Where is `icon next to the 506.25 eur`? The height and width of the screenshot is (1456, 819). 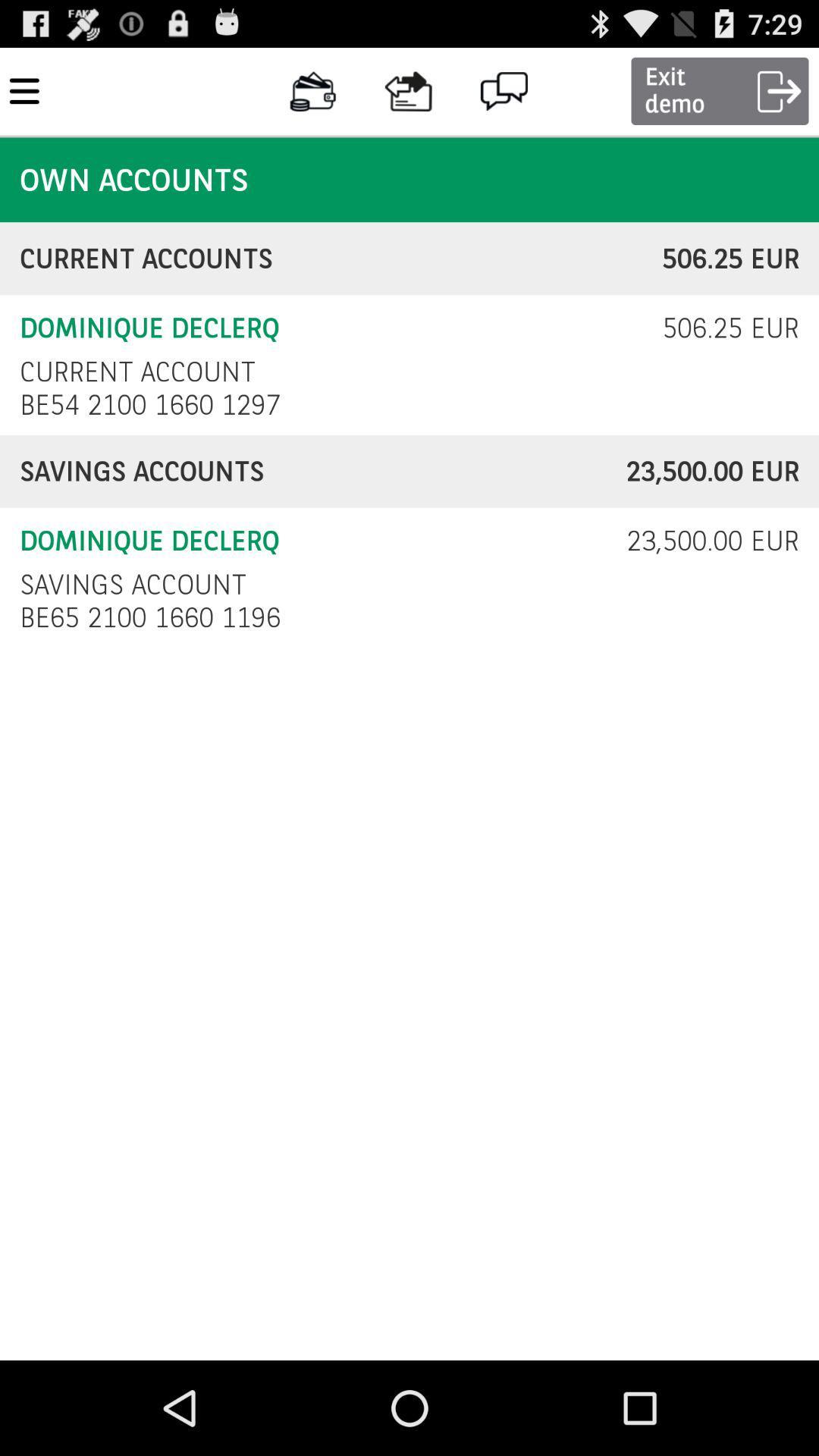
icon next to the 506.25 eur is located at coordinates (137, 372).